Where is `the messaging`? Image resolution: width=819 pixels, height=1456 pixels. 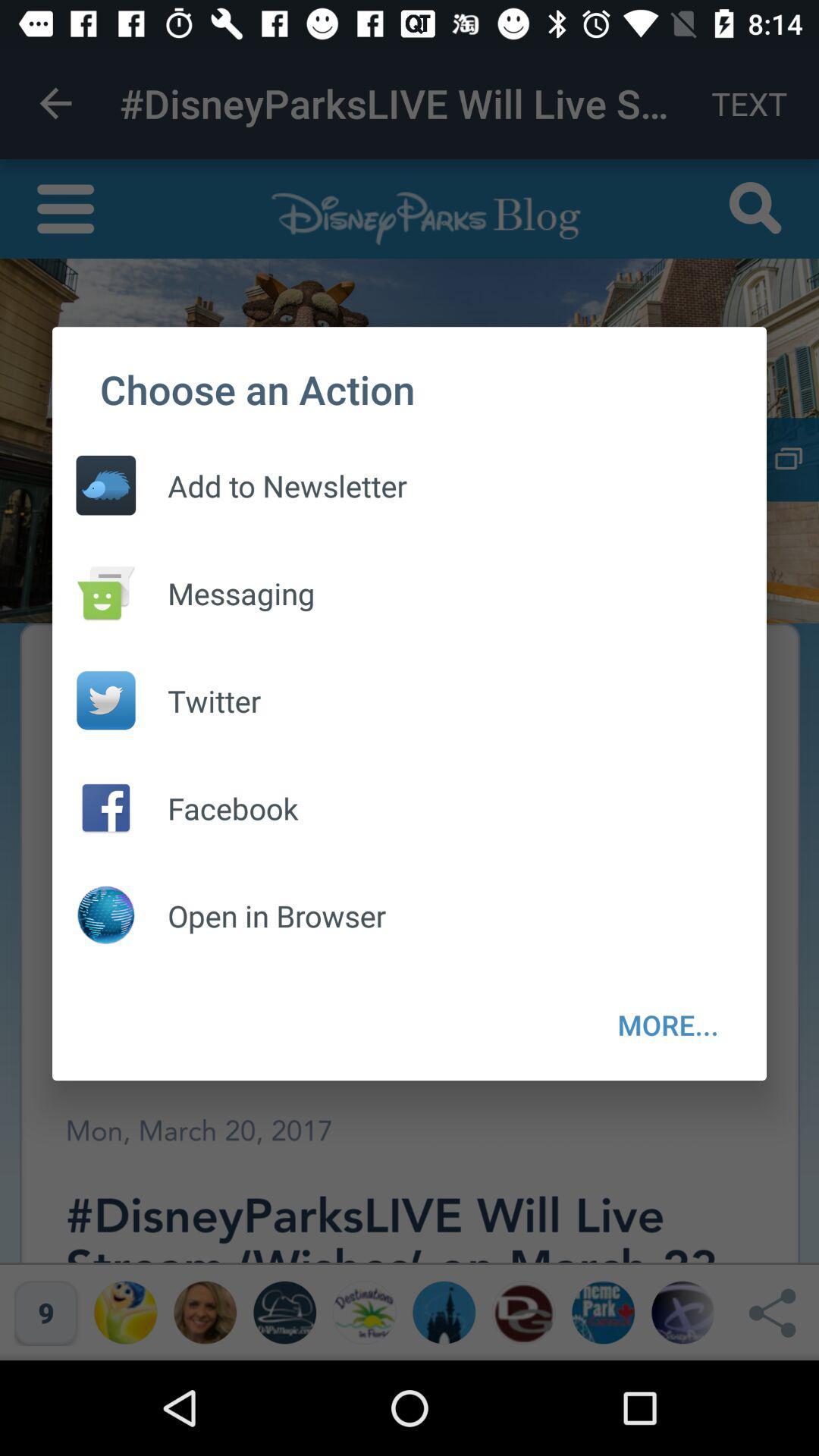 the messaging is located at coordinates (225, 592).